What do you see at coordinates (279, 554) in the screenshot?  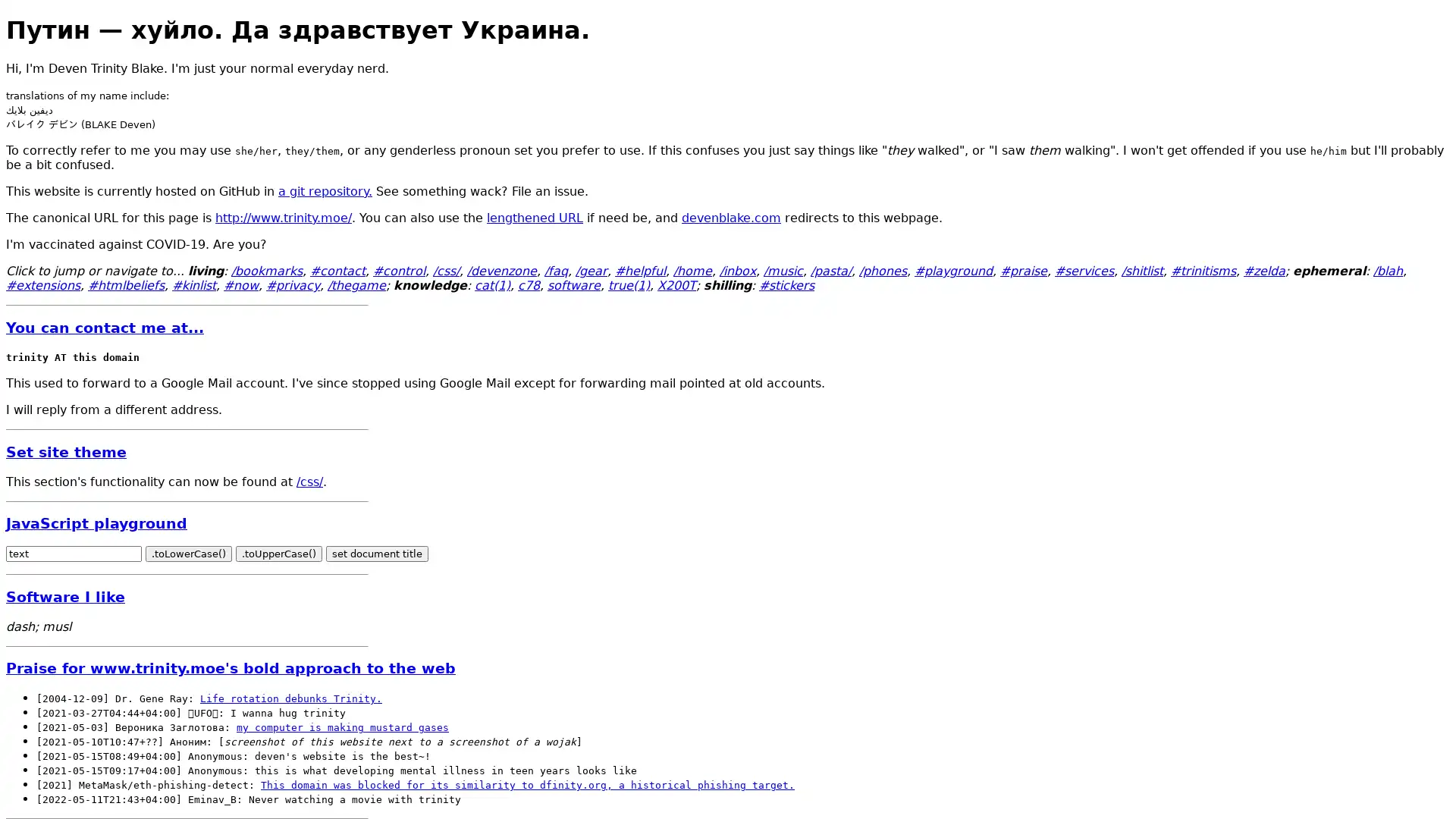 I see `.toUpperCase()` at bounding box center [279, 554].